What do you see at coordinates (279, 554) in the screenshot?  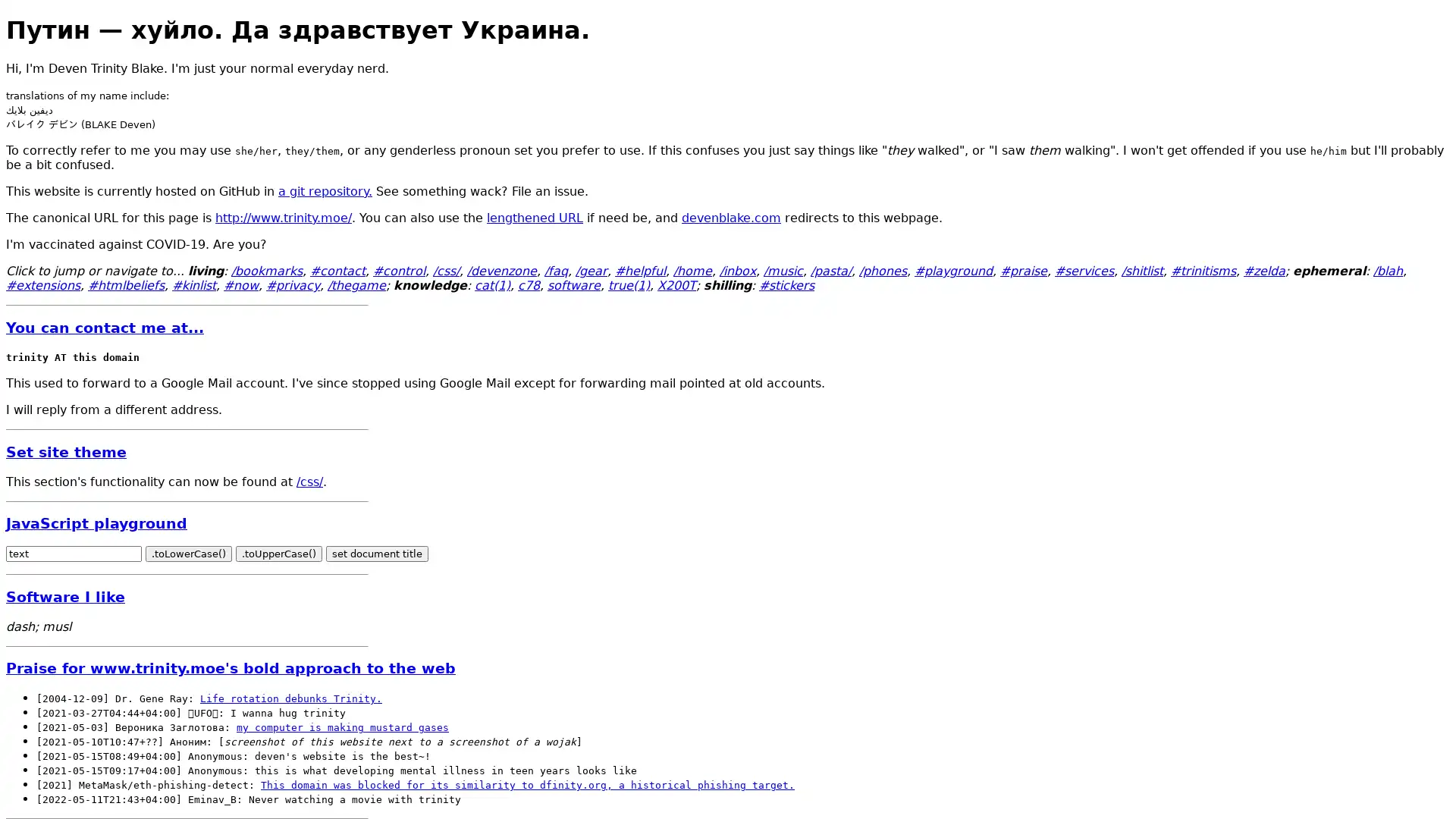 I see `.toUpperCase()` at bounding box center [279, 554].